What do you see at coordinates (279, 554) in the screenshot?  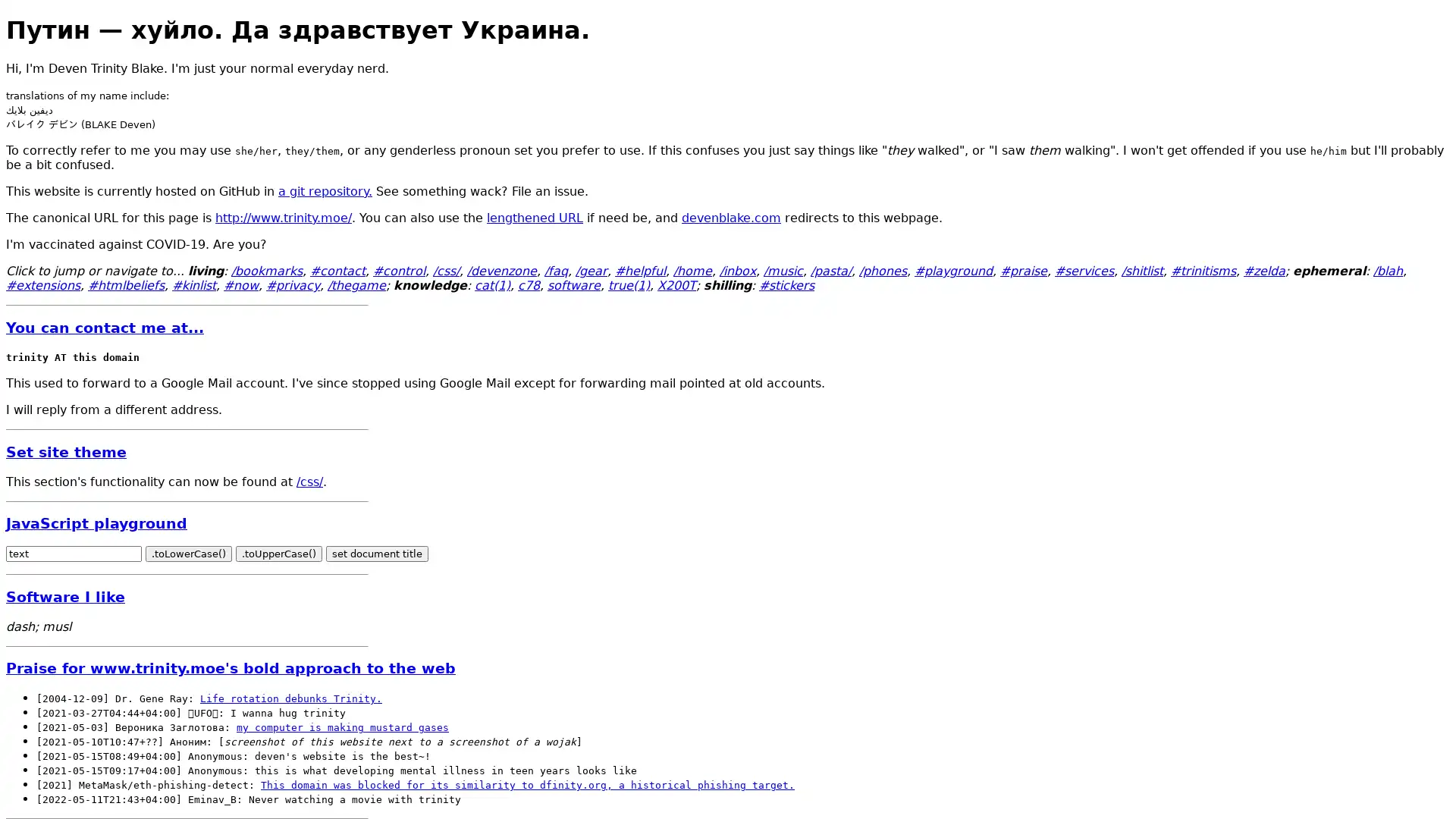 I see `.toUpperCase()` at bounding box center [279, 554].